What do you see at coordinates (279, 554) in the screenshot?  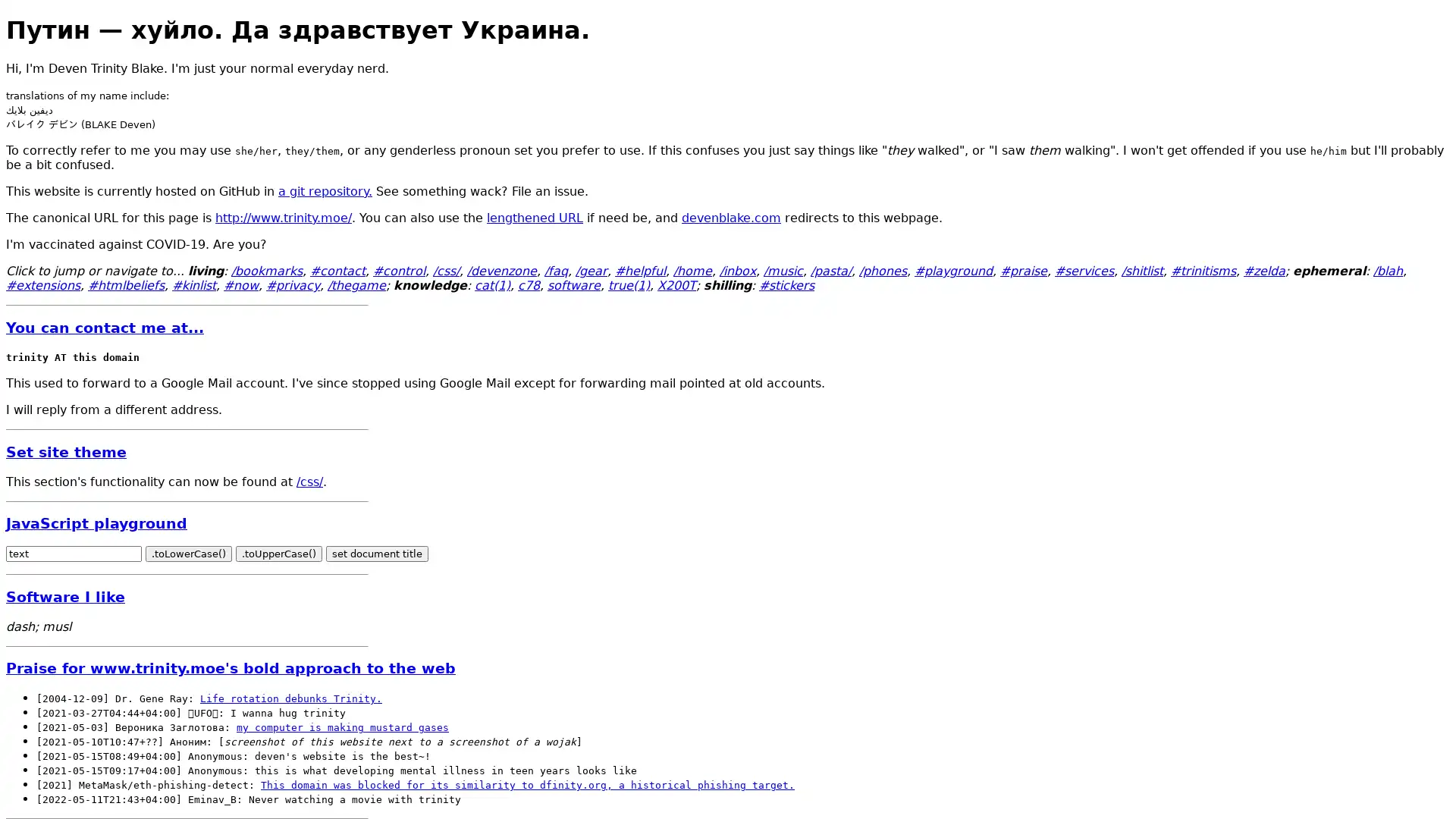 I see `.toUpperCase()` at bounding box center [279, 554].